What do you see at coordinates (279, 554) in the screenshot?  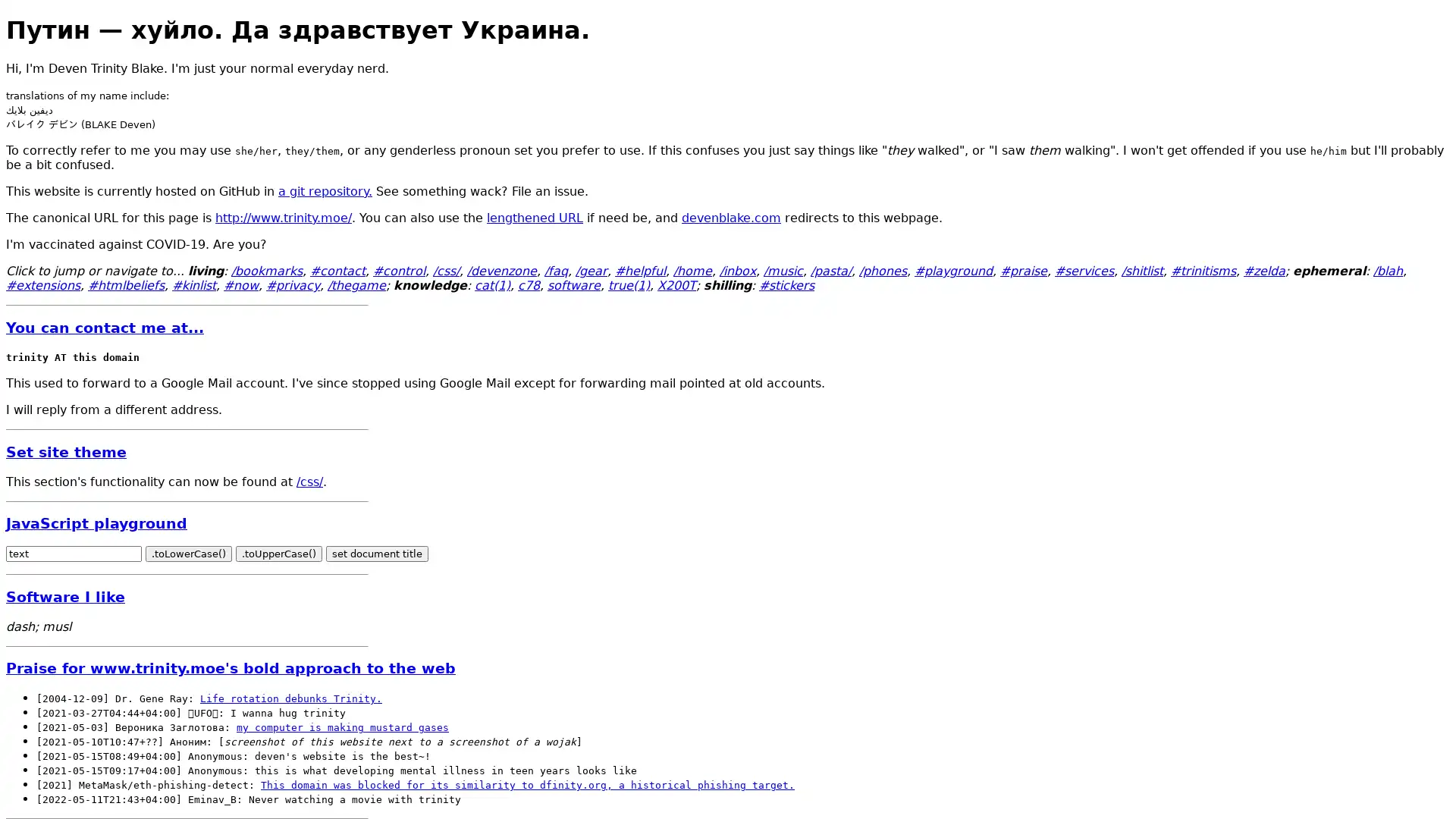 I see `.toUpperCase()` at bounding box center [279, 554].